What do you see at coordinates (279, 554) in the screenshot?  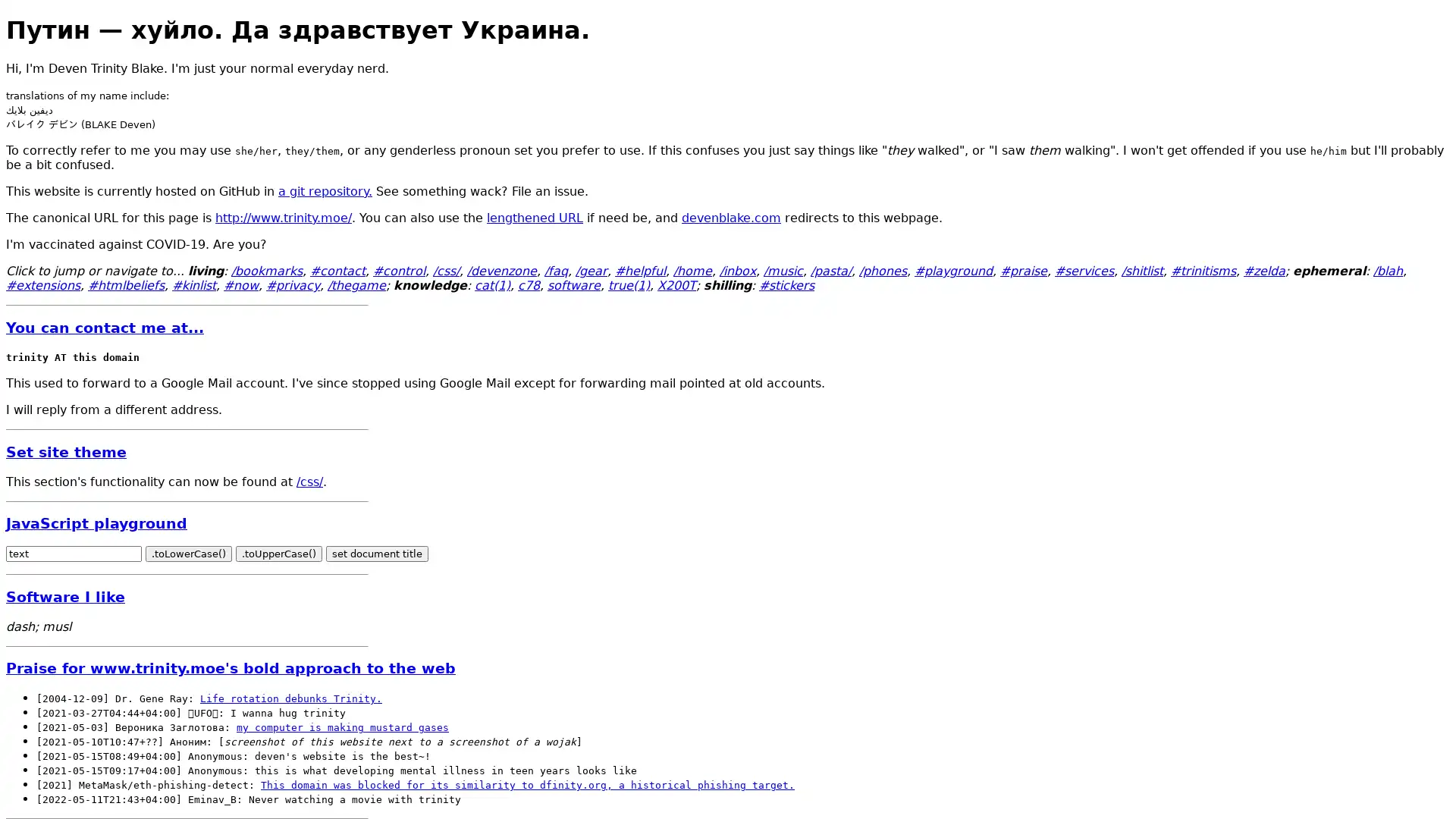 I see `.toUpperCase()` at bounding box center [279, 554].